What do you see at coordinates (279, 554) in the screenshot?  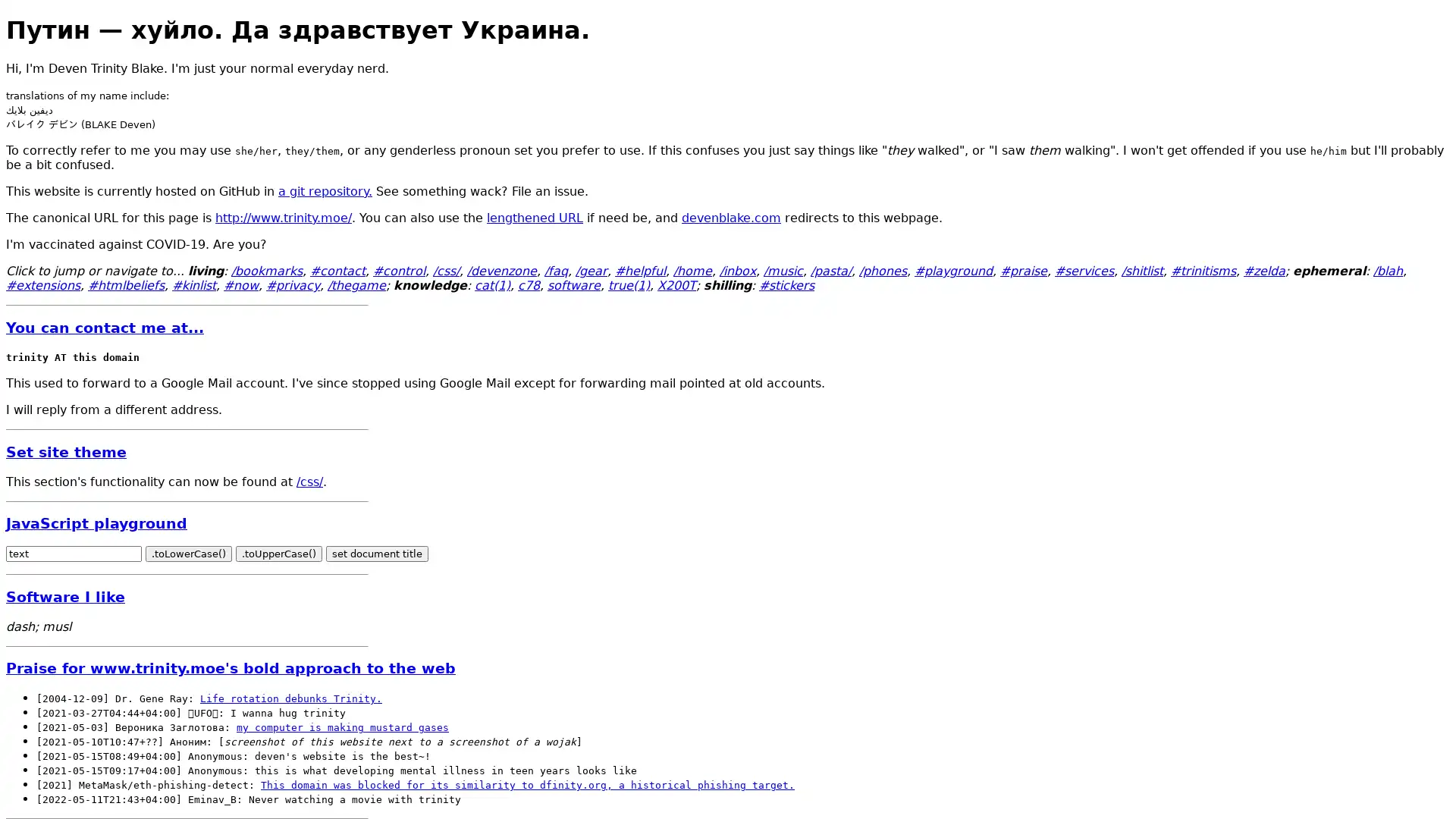 I see `.toUpperCase()` at bounding box center [279, 554].